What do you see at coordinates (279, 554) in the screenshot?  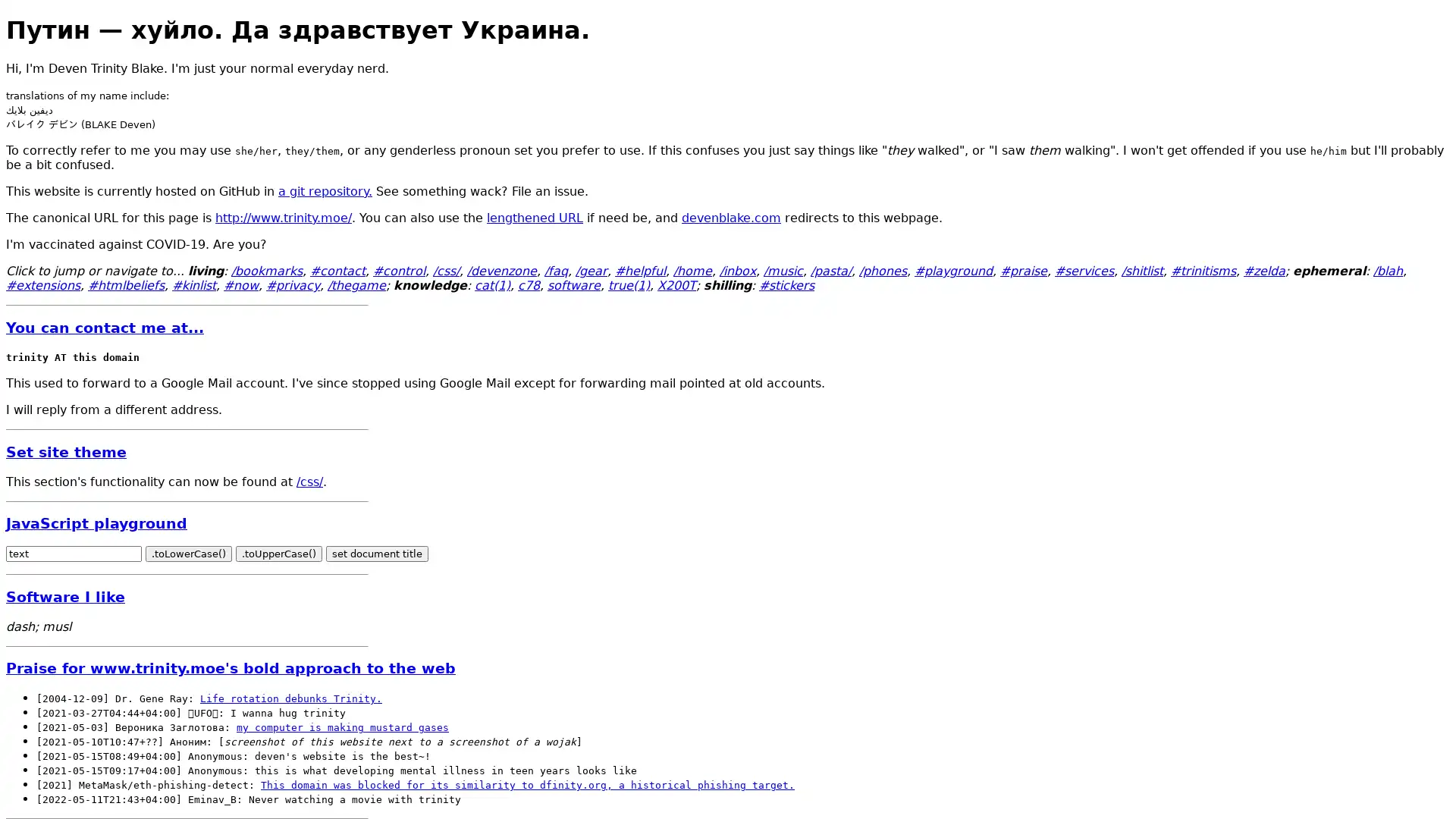 I see `.toUpperCase()` at bounding box center [279, 554].